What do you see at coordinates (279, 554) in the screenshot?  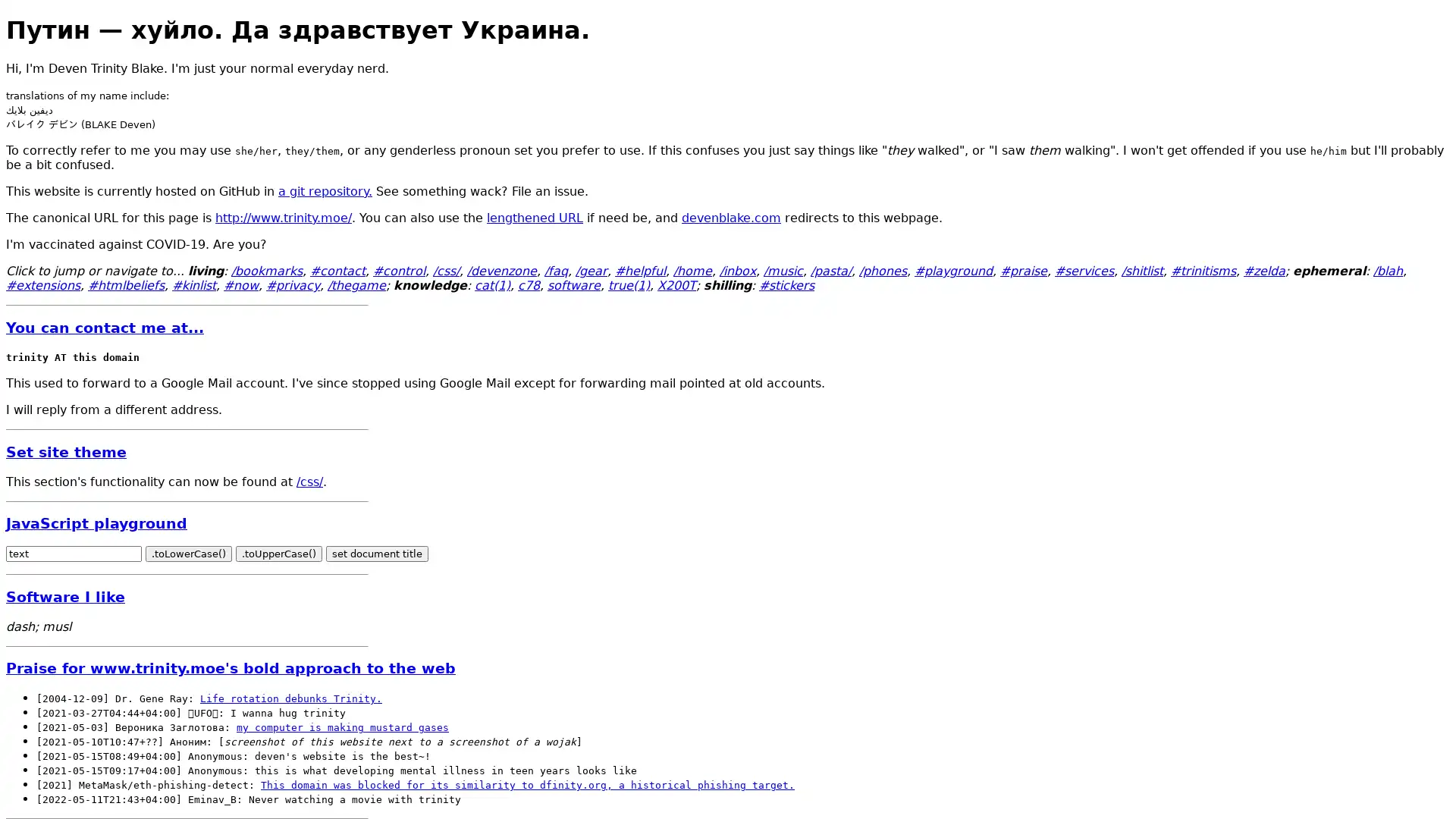 I see `.toUpperCase()` at bounding box center [279, 554].